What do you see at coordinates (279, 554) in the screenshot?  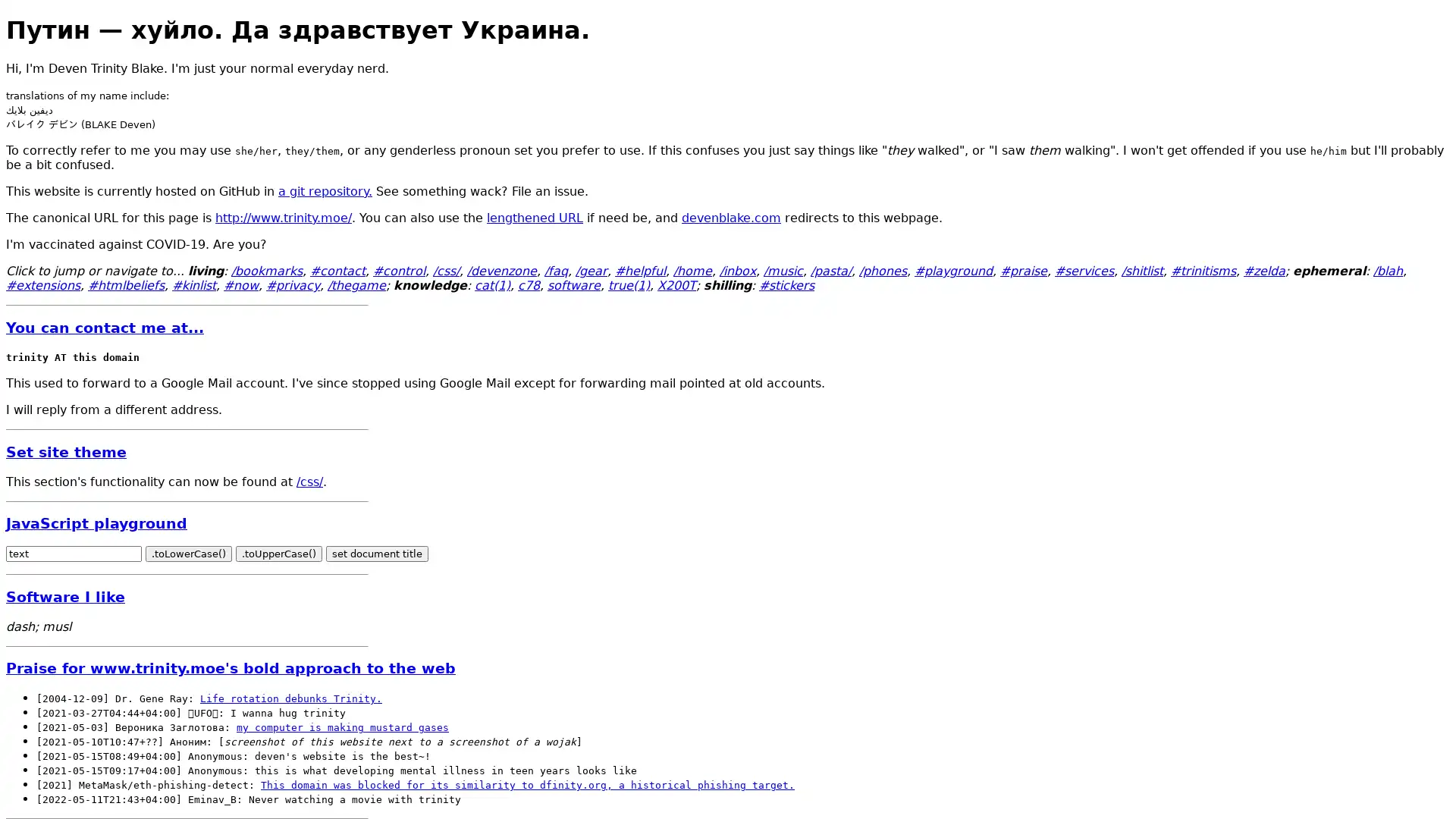 I see `.toUpperCase()` at bounding box center [279, 554].